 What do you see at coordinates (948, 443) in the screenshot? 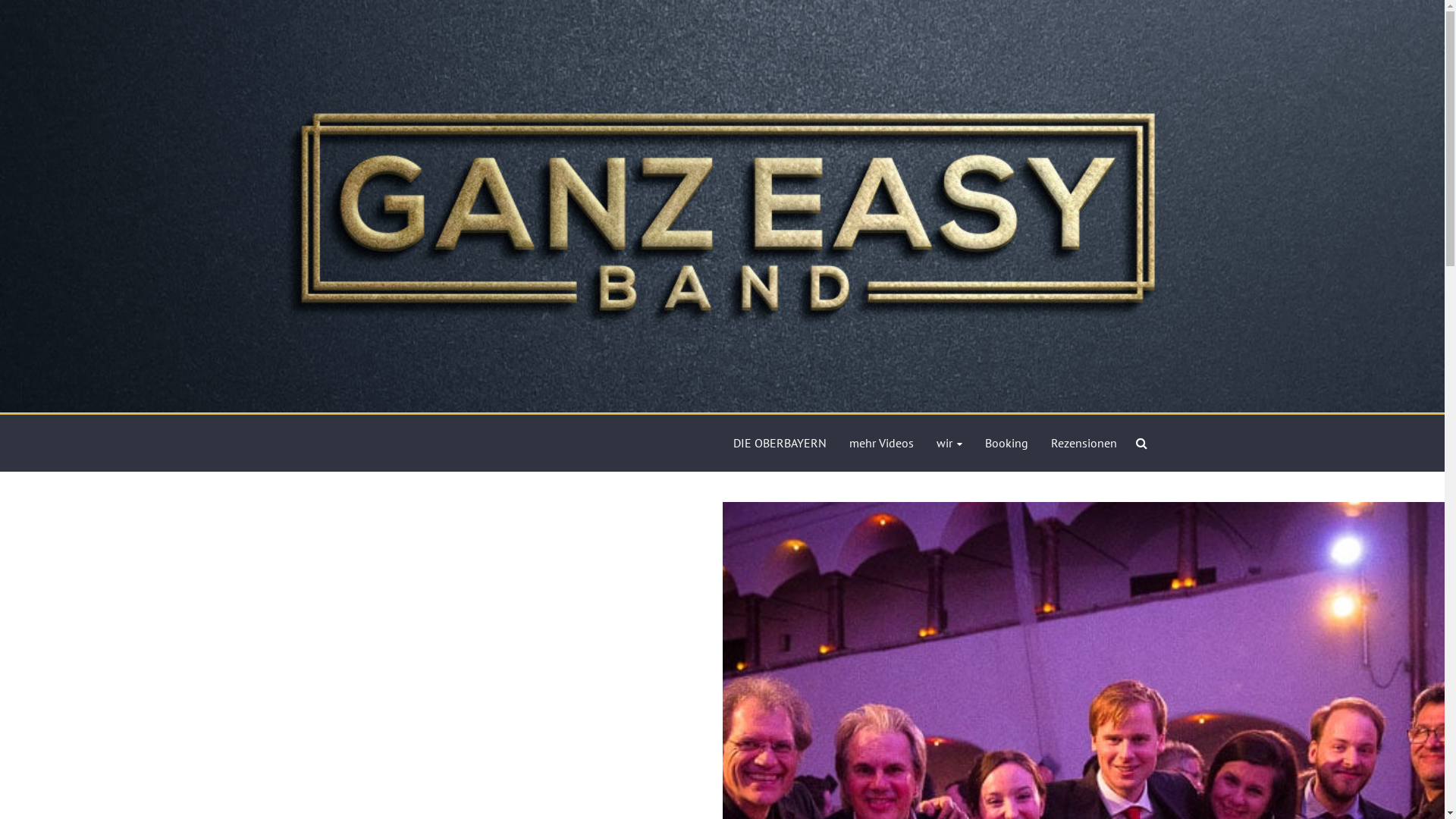
I see `'wir'` at bounding box center [948, 443].